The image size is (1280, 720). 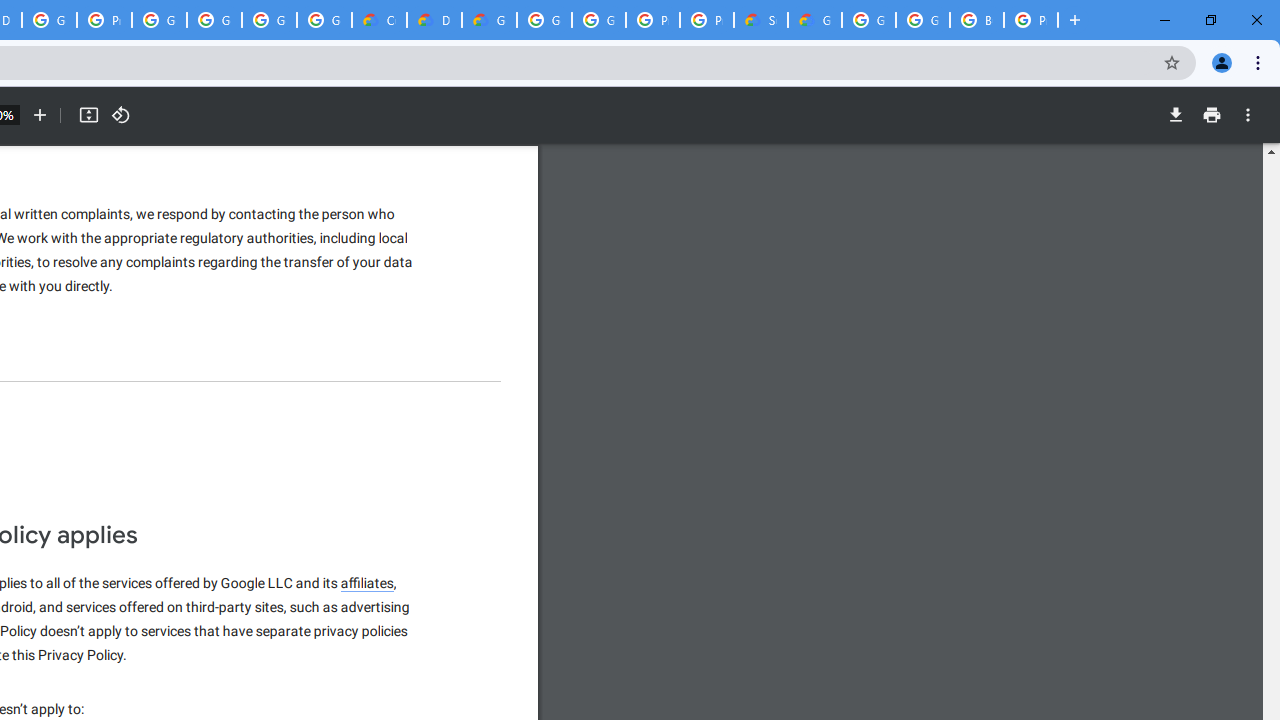 I want to click on 'affiliates', so click(x=368, y=584).